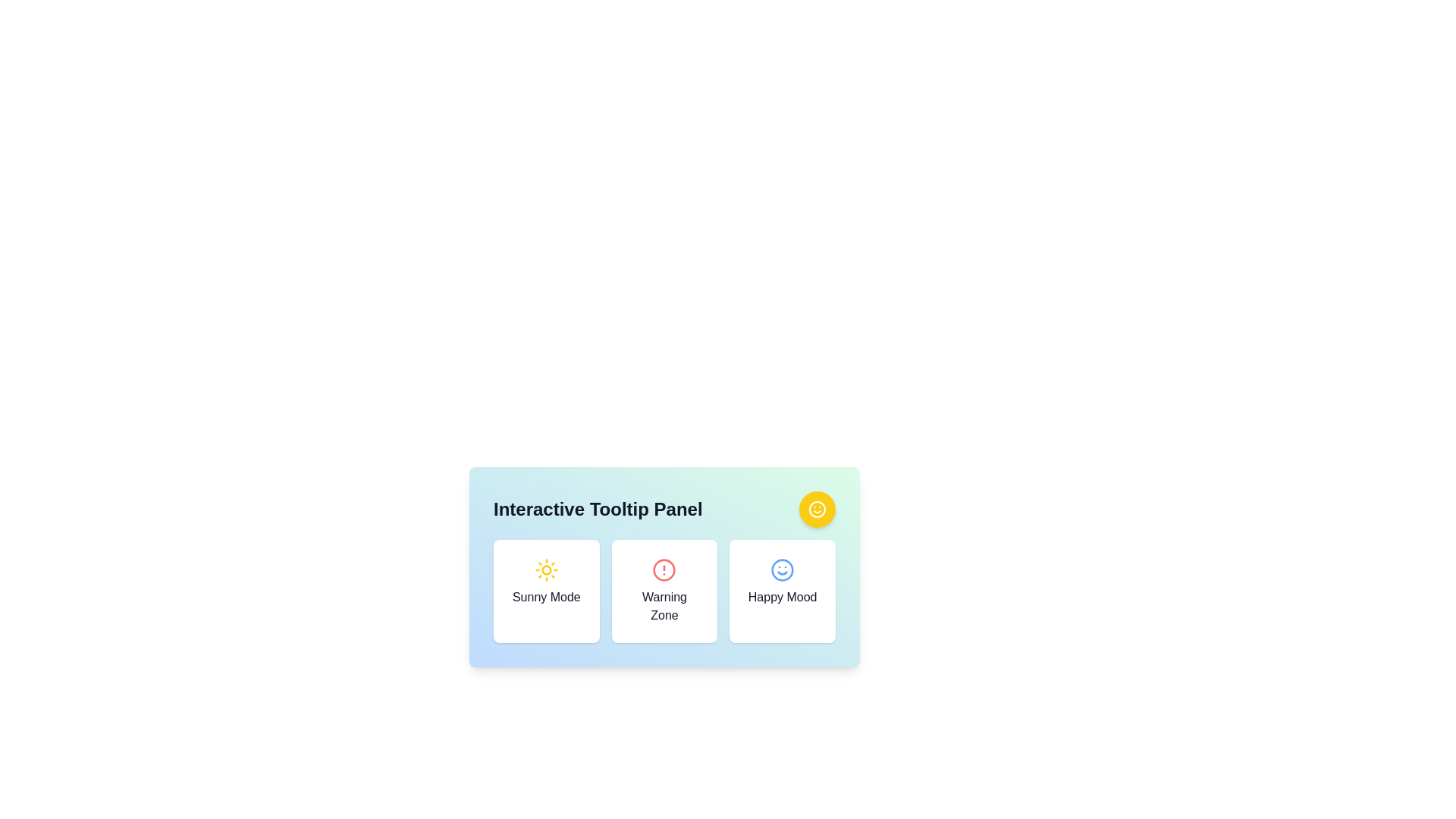 This screenshot has height=819, width=1456. I want to click on the 'Interactive Tooltip Panel' which contains a title and three cards labeled 'Sunny Mode', 'Warning Zone', and 'Happy Mood', so click(664, 567).